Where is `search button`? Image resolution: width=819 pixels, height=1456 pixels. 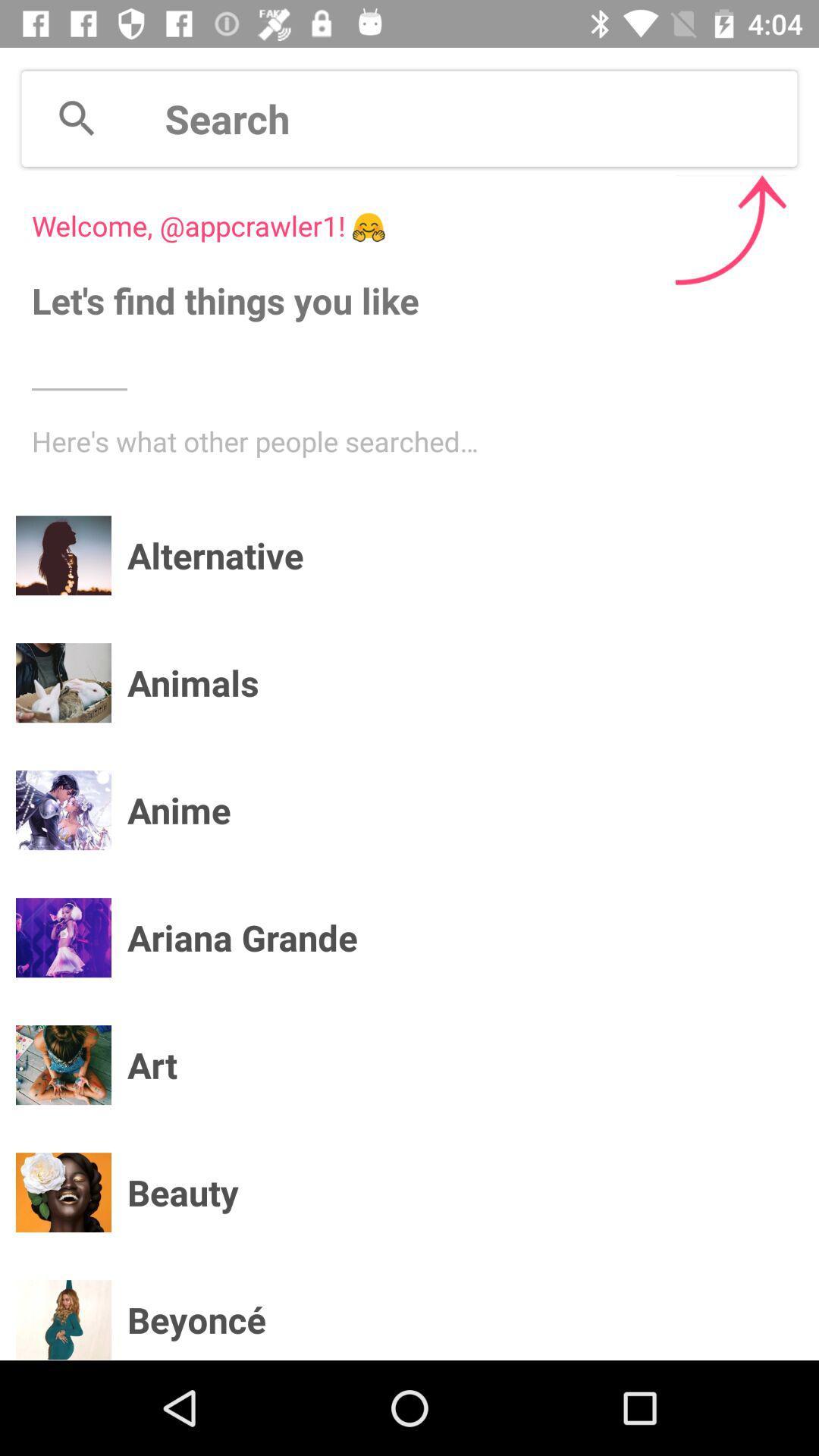 search button is located at coordinates (77, 118).